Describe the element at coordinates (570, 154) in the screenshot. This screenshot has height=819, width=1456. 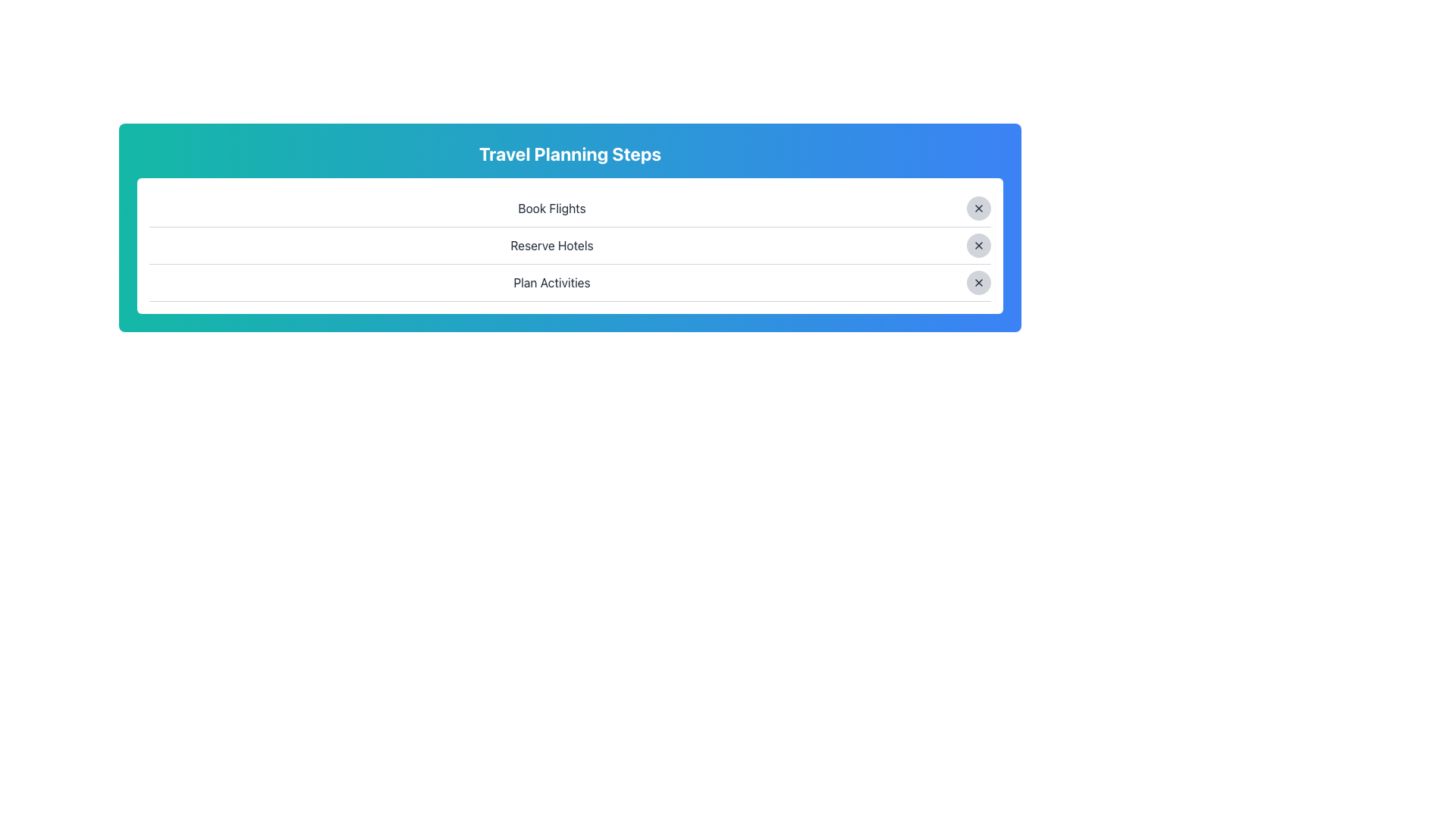
I see `the prominently styled header displaying the text 'Travel Planning Steps', which is centrally located above the steps in a rounded rectangle with a gradient background` at that location.